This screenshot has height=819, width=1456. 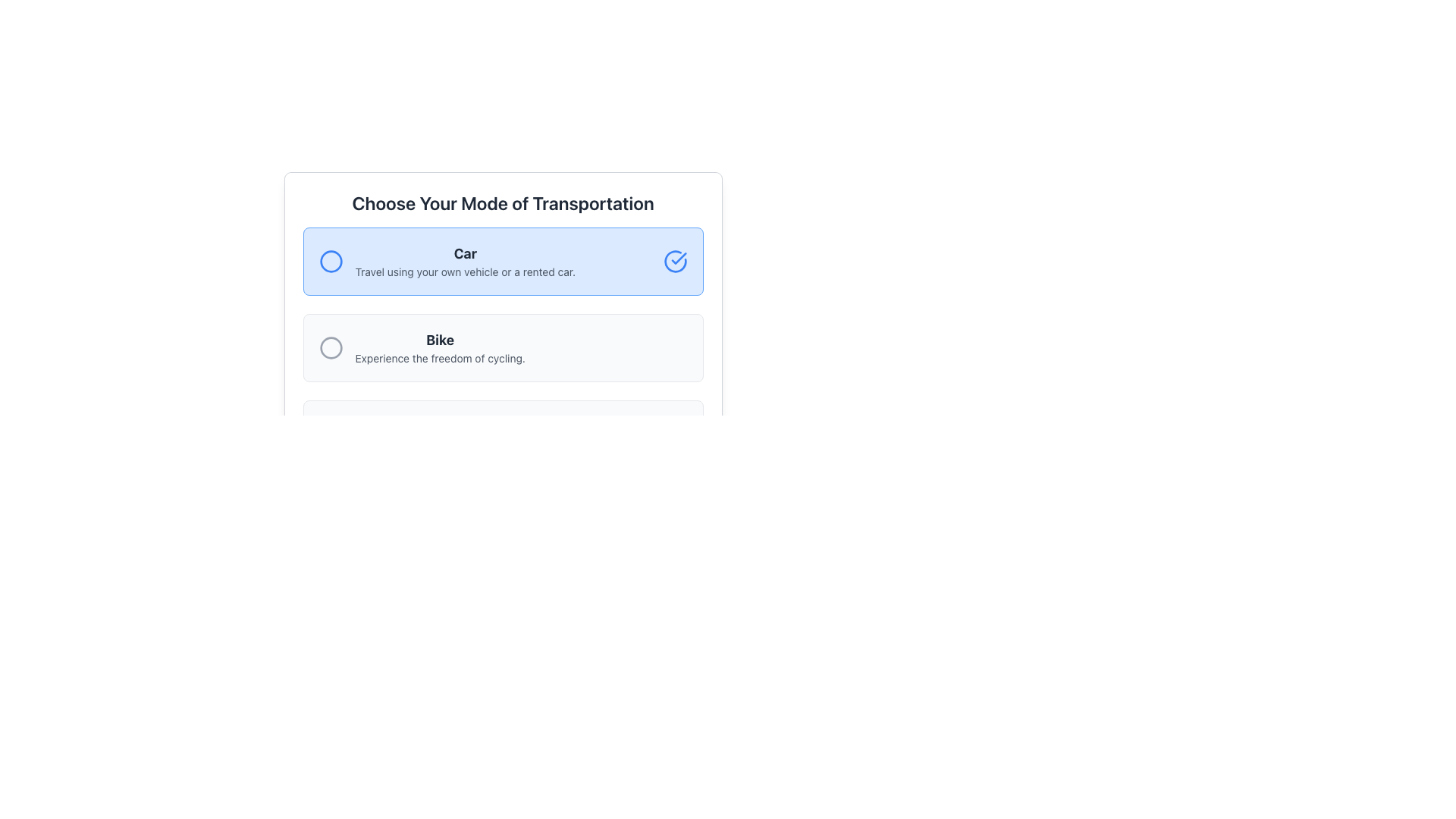 I want to click on the bold, dark gray 'Car' text label located in the middle-upper portion of the highlighted group, which is above the descriptive text about travel options, so click(x=464, y=253).